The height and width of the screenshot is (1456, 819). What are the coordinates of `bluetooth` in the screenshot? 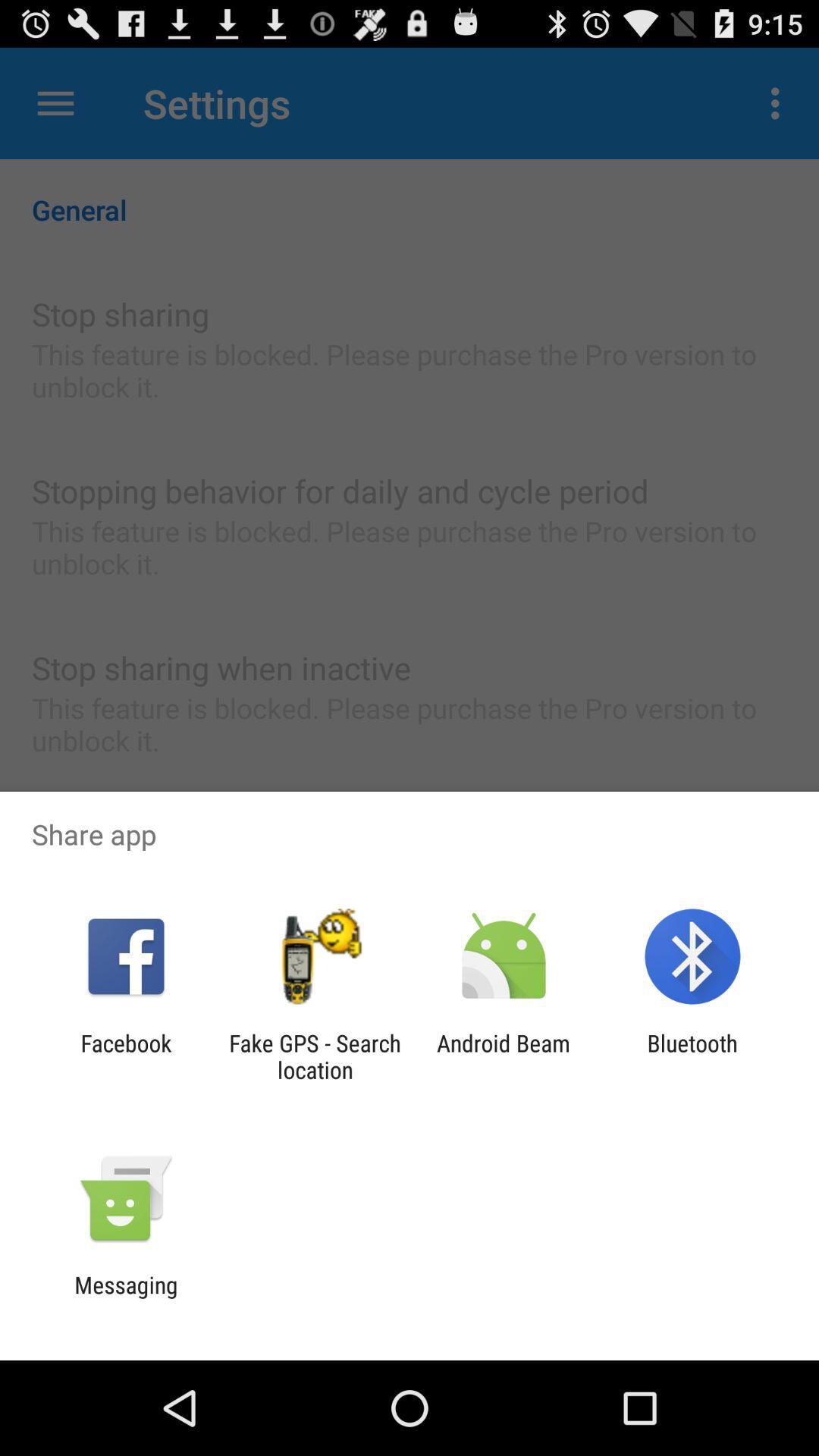 It's located at (692, 1056).